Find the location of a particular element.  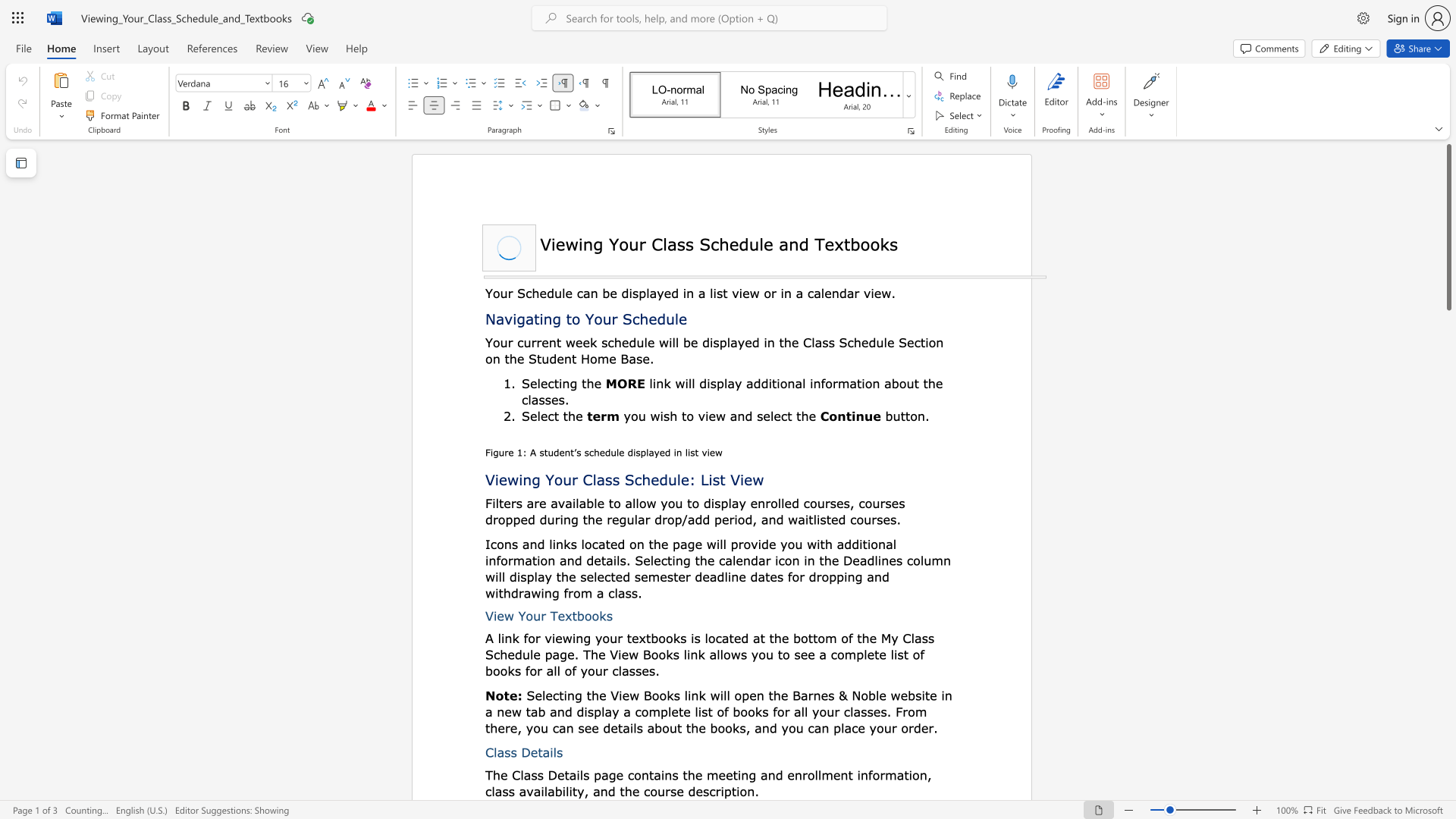

the scrollbar to scroll downward is located at coordinates (1448, 378).